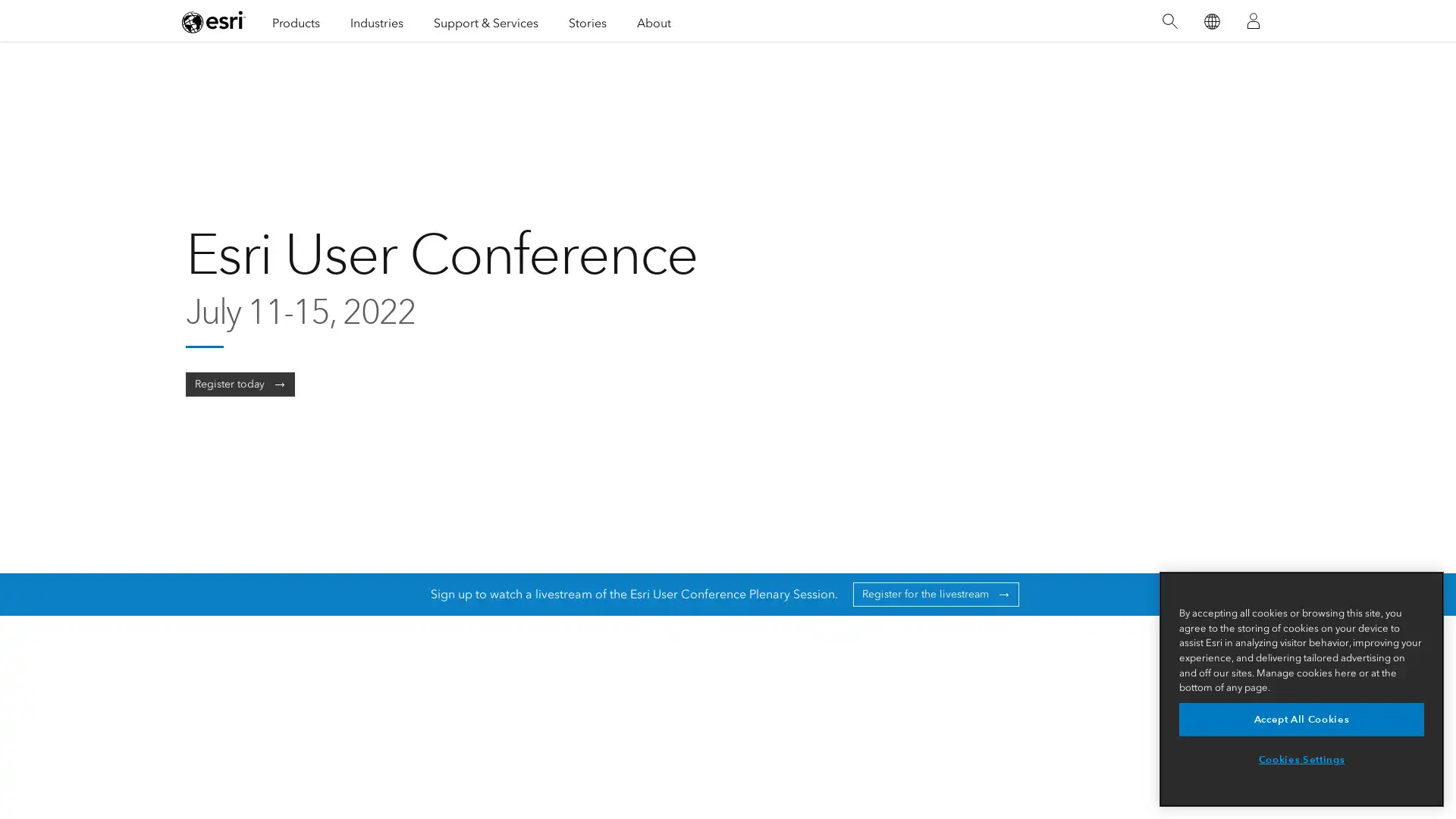 This screenshot has width=1456, height=819. Describe the element at coordinates (1169, 20) in the screenshot. I see `Search` at that location.